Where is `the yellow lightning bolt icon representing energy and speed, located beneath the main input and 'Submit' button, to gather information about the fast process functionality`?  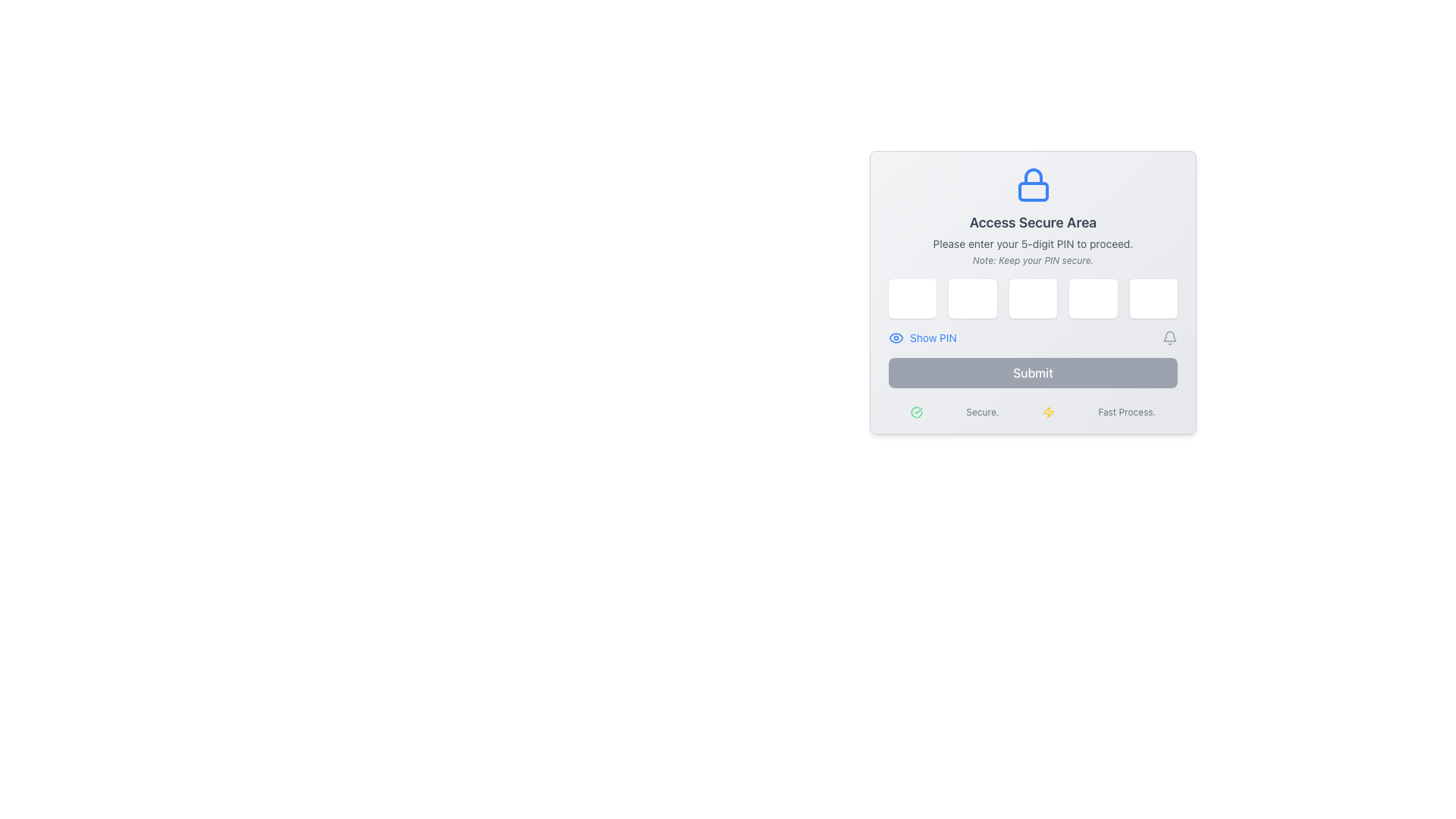
the yellow lightning bolt icon representing energy and speed, located beneath the main input and 'Submit' button, to gather information about the fast process functionality is located at coordinates (1047, 412).